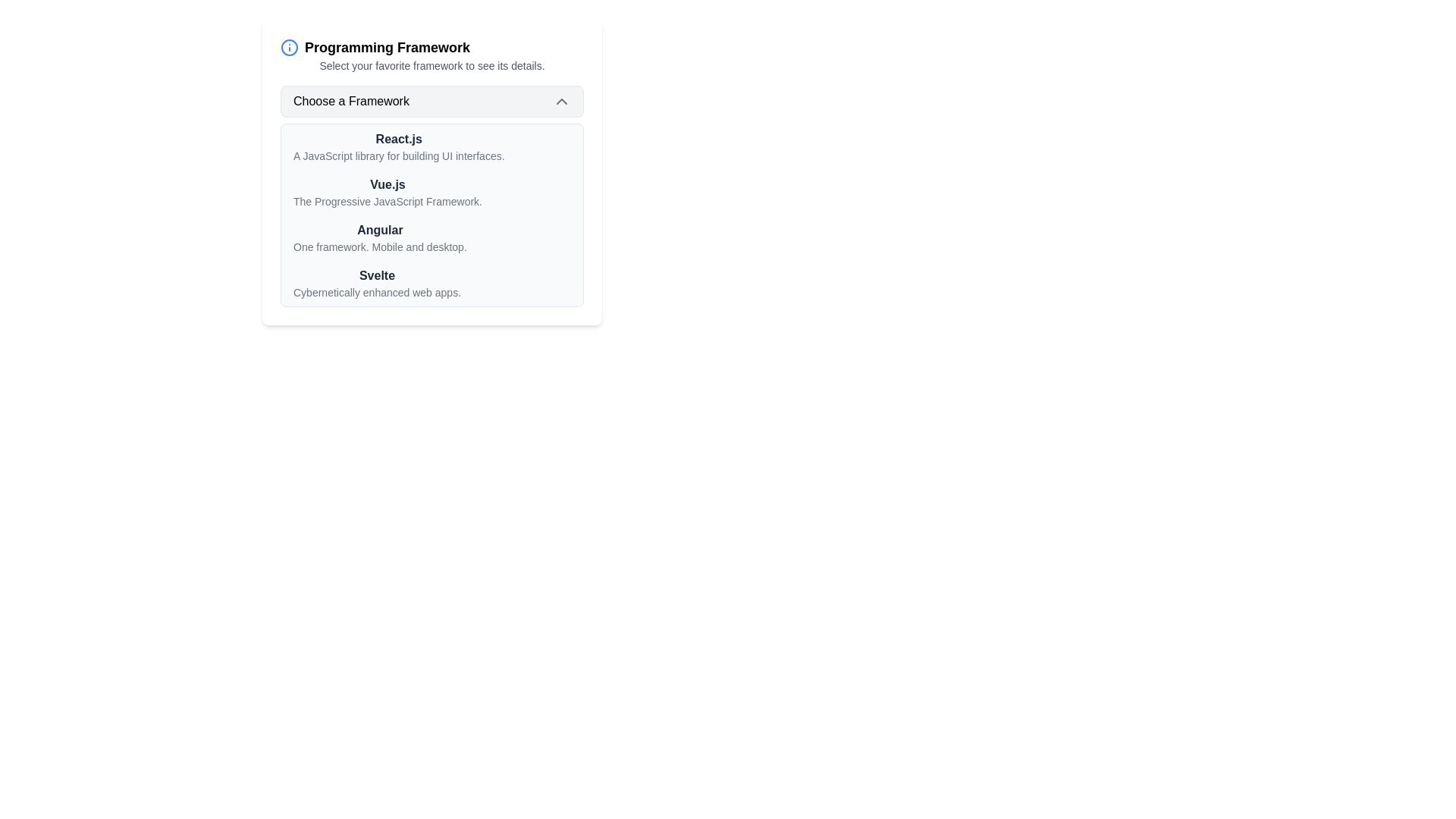 The width and height of the screenshot is (1456, 819). I want to click on text block containing the main heading 'React.js' and the subheading 'A JavaScript library for building UI interfaces.' which is the first item in the list under the section titled 'Choose a Framework', so click(399, 146).